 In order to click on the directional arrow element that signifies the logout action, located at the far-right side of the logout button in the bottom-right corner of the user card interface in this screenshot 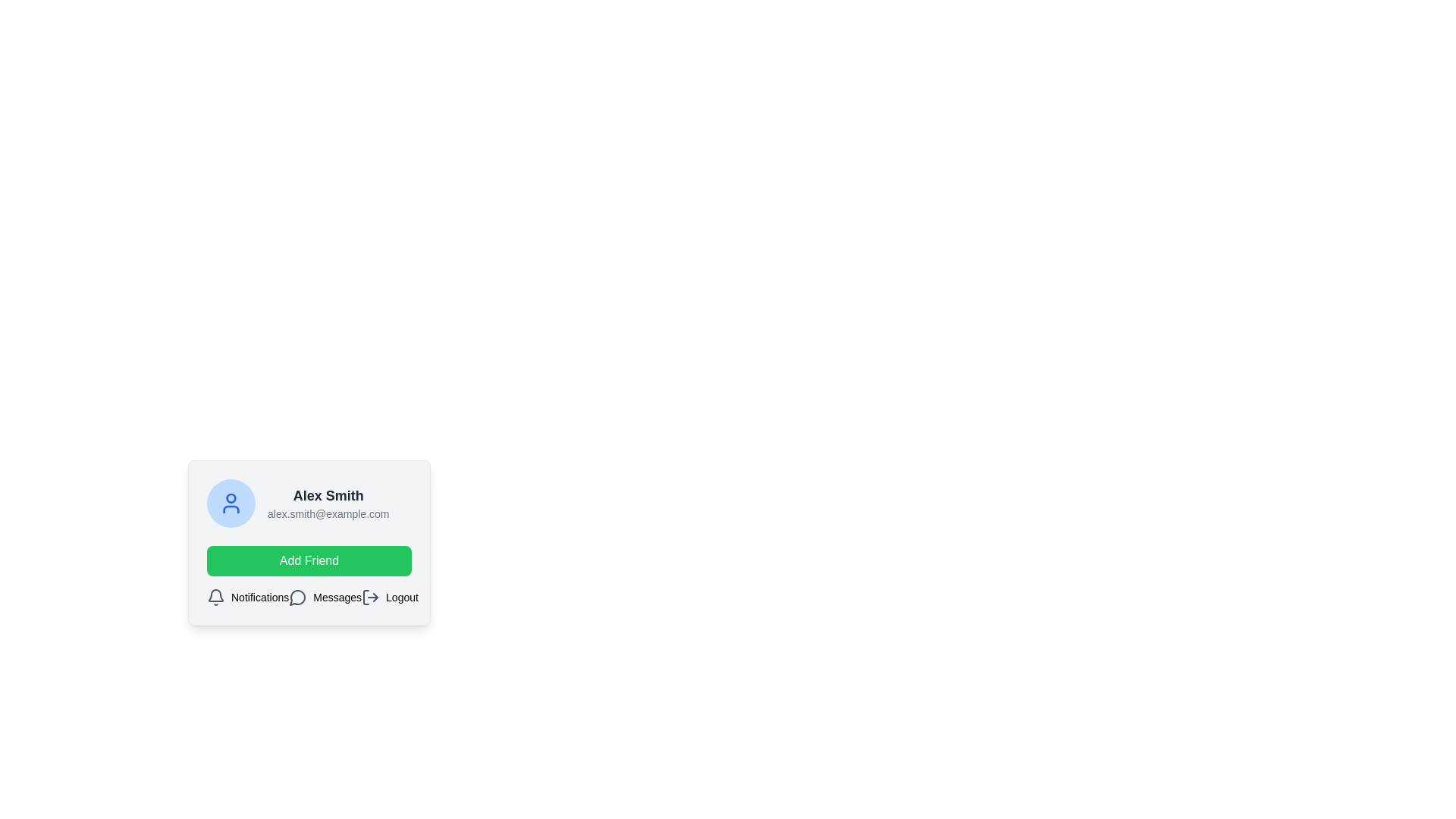, I will do `click(375, 596)`.